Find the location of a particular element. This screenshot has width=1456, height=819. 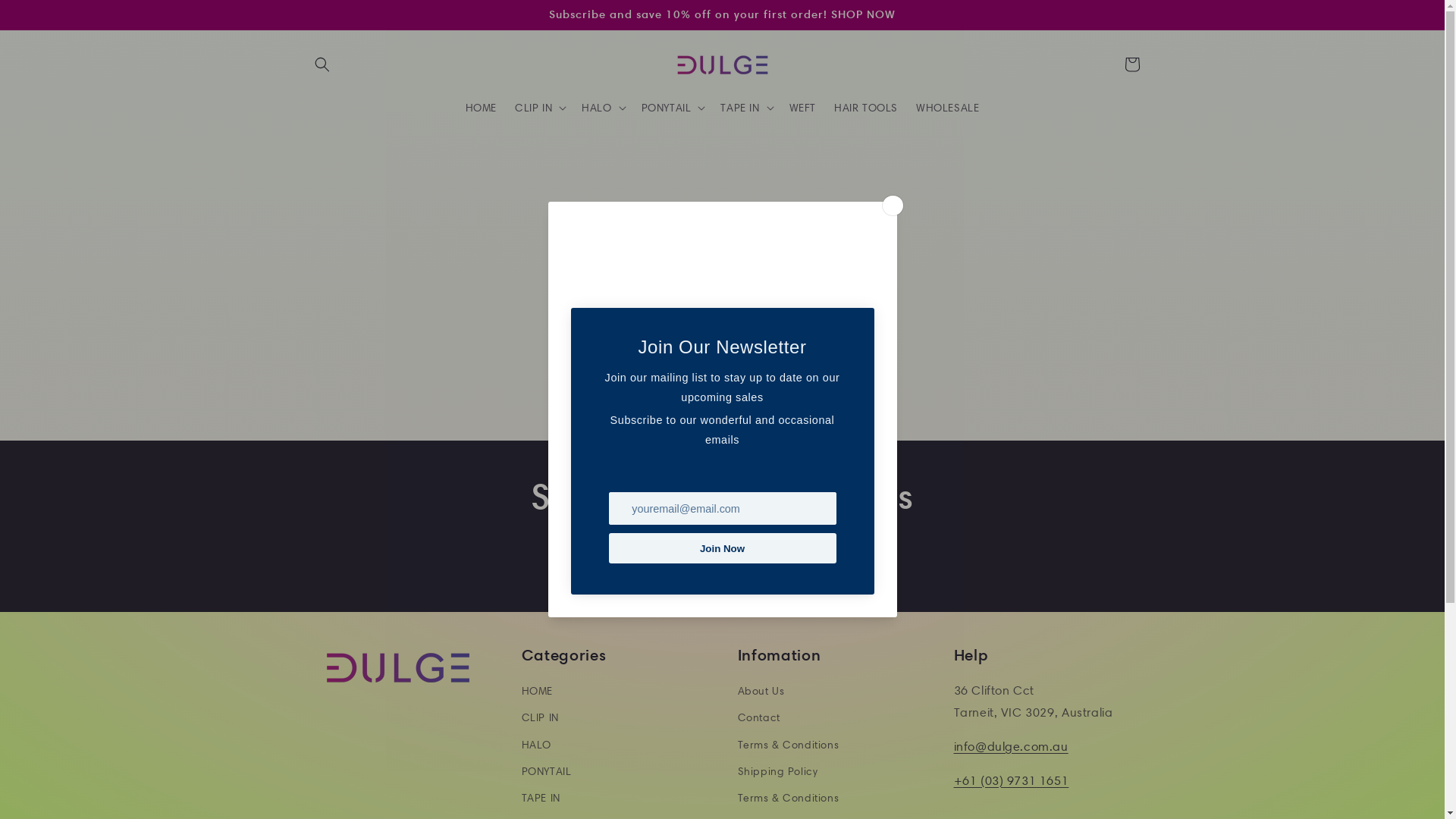

'info@dulge.com.au' is located at coordinates (952, 745).